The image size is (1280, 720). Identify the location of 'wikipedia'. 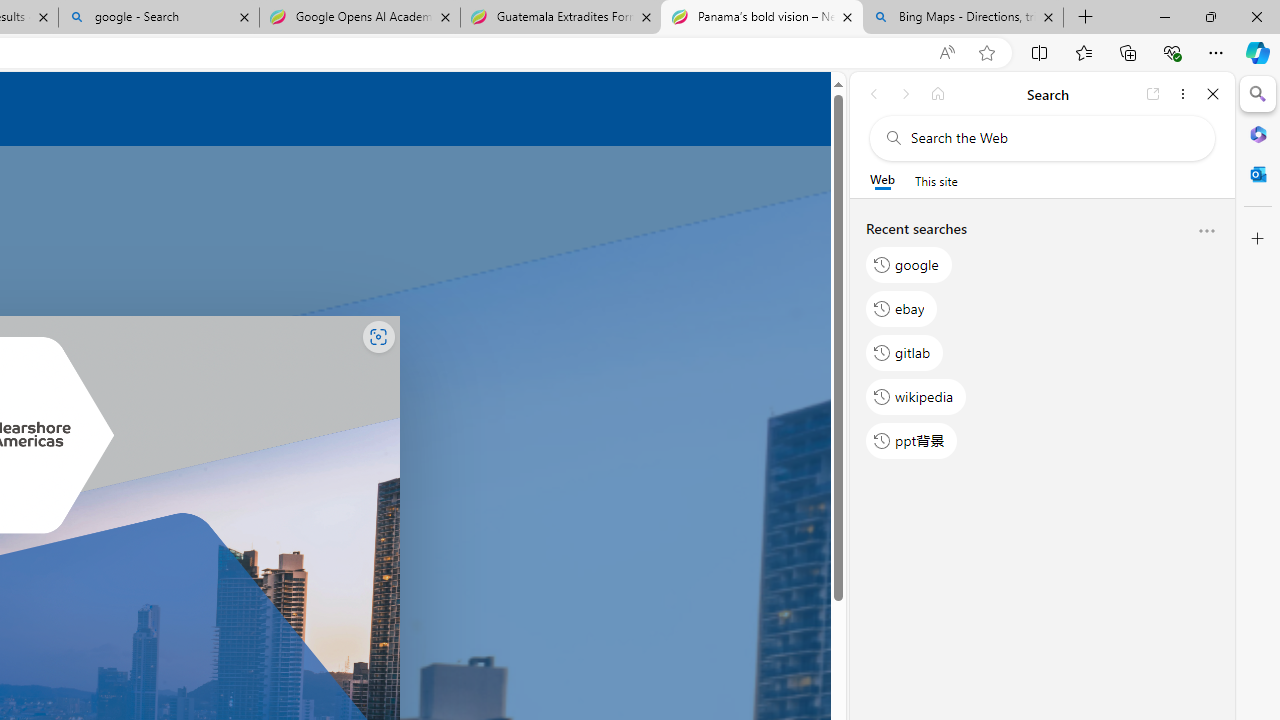
(915, 396).